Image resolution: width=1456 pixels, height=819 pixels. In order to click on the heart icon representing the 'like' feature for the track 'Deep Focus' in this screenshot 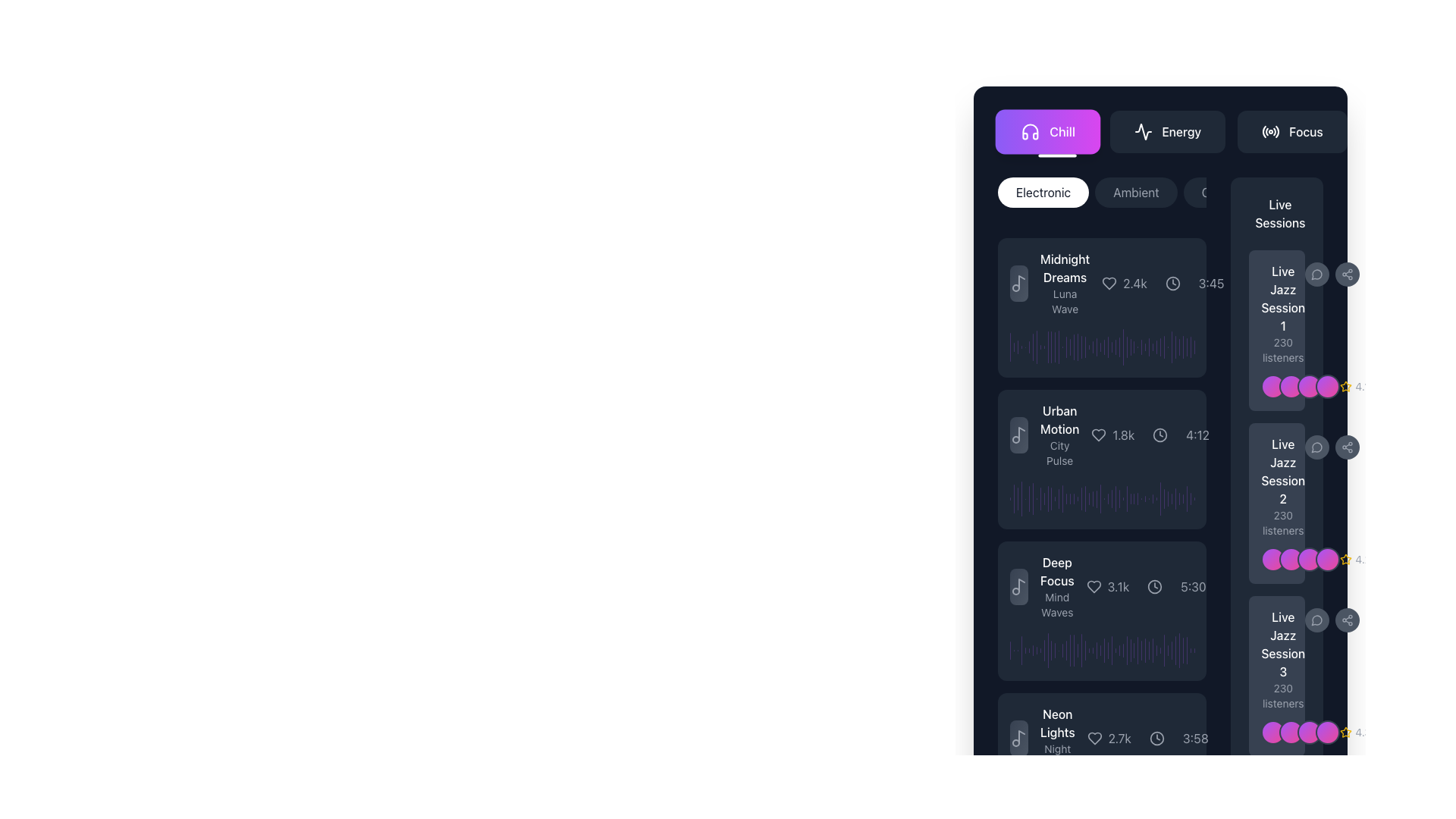, I will do `click(1094, 586)`.